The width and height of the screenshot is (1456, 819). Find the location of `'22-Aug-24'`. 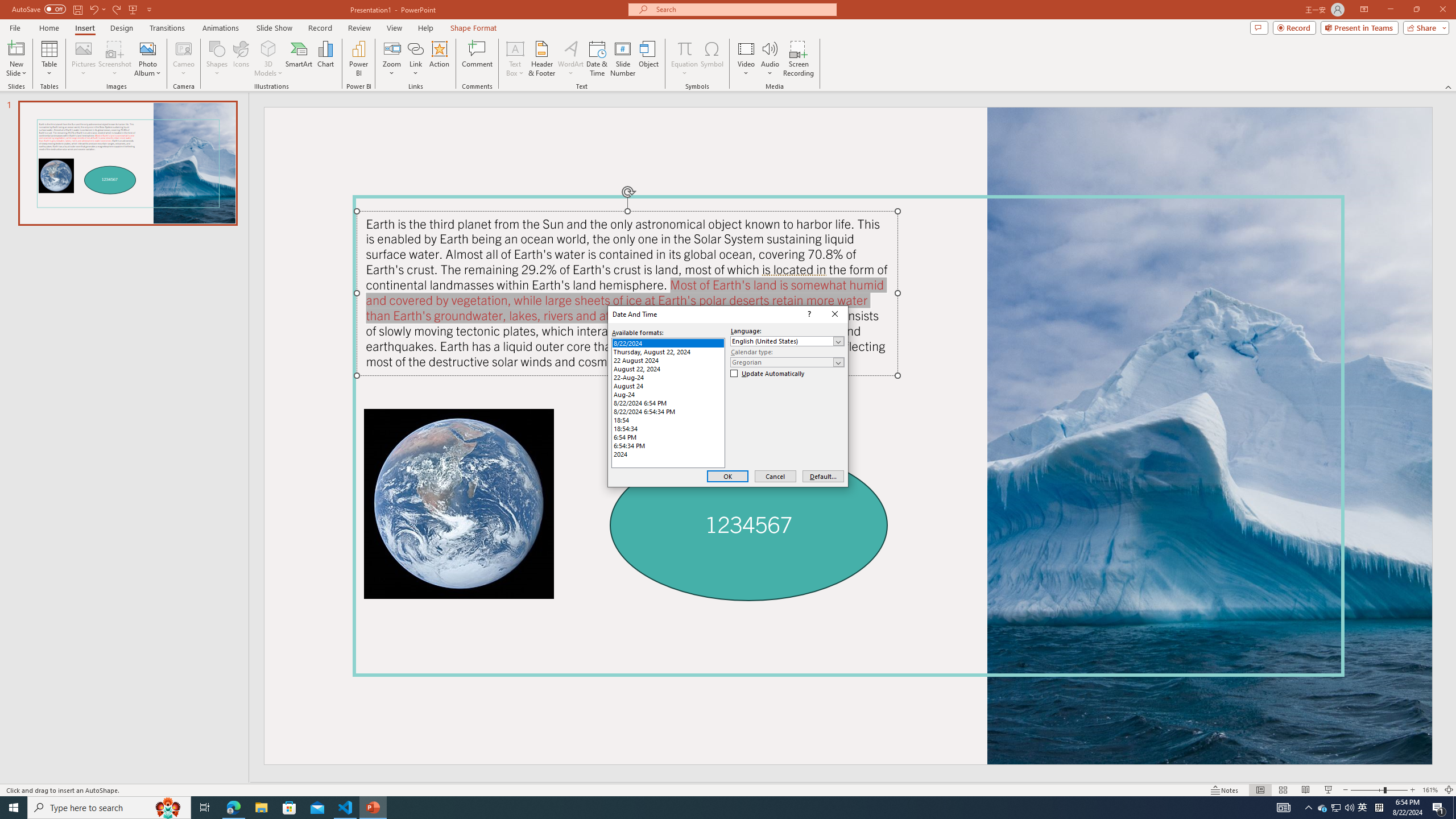

'22-Aug-24' is located at coordinates (668, 377).